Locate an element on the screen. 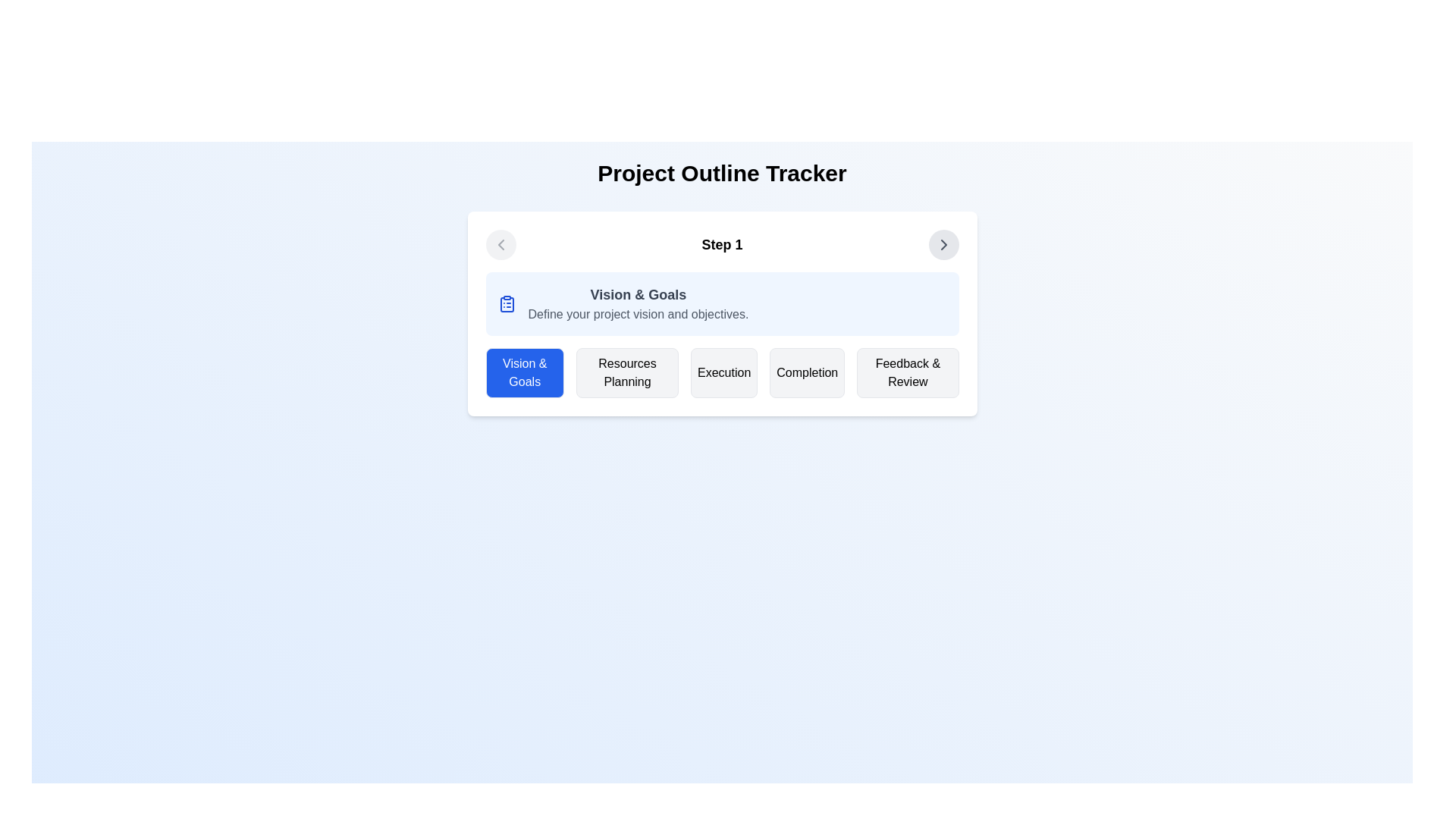  the icon that visually indicates the 'Vision & Goals' section, which is located in the top-left corner of the blue-highlighted box labeled 'Vision & Goals' is located at coordinates (507, 304).